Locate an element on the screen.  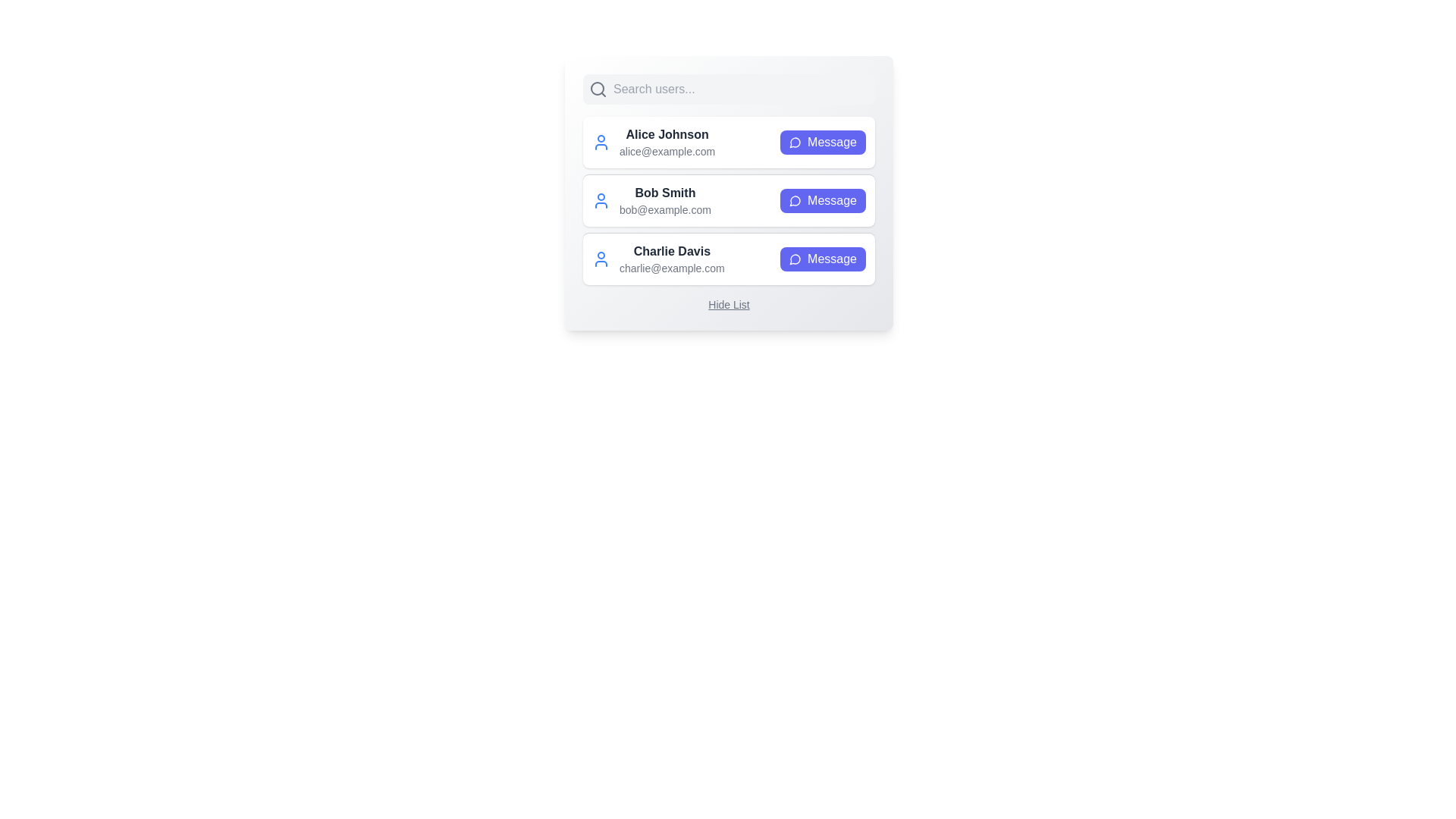
the 'Message' button corresponding to Alice Johnson is located at coordinates (822, 143).